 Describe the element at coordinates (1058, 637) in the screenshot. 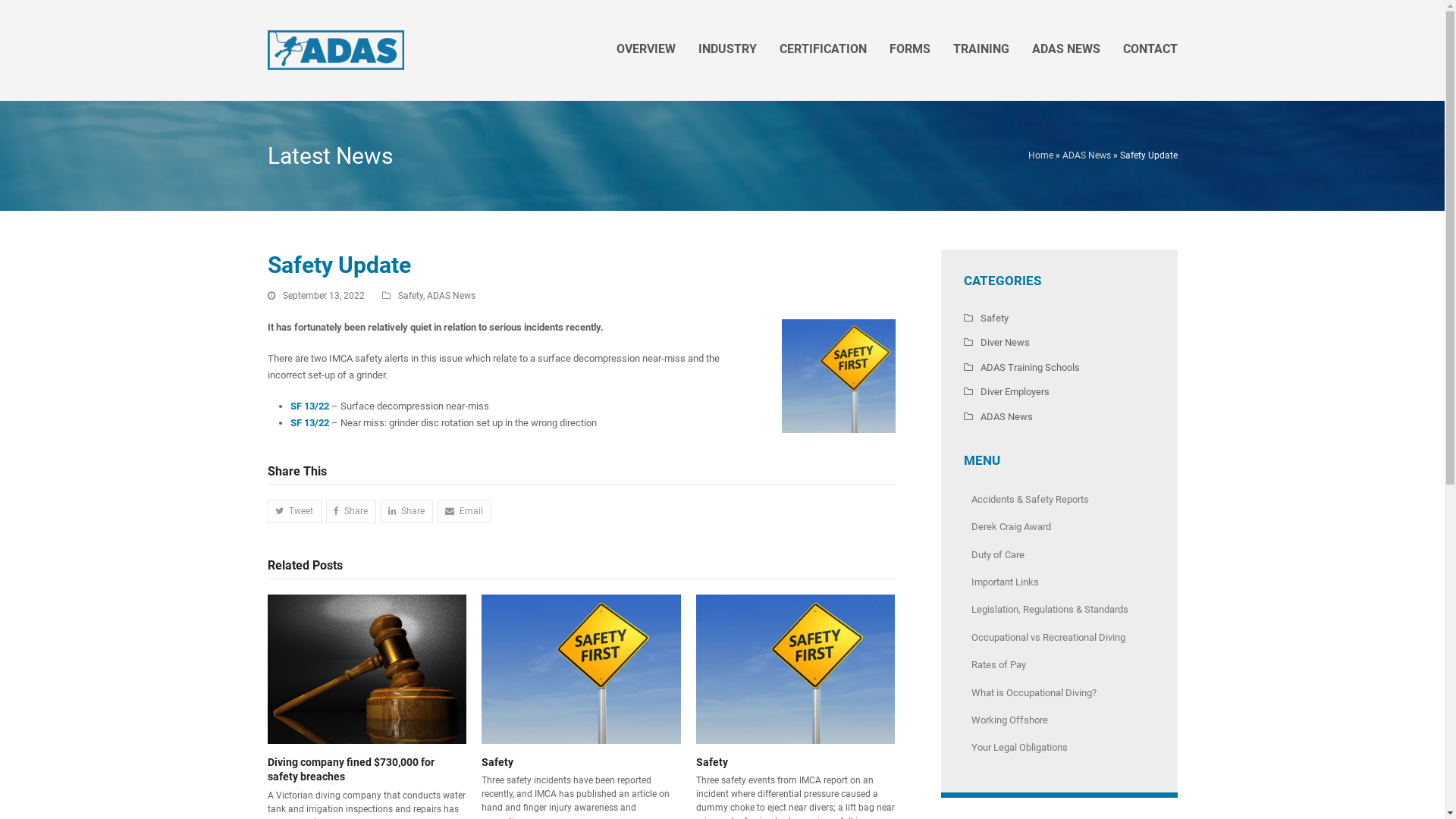

I see `'Occupational vs Recreational Diving'` at that location.